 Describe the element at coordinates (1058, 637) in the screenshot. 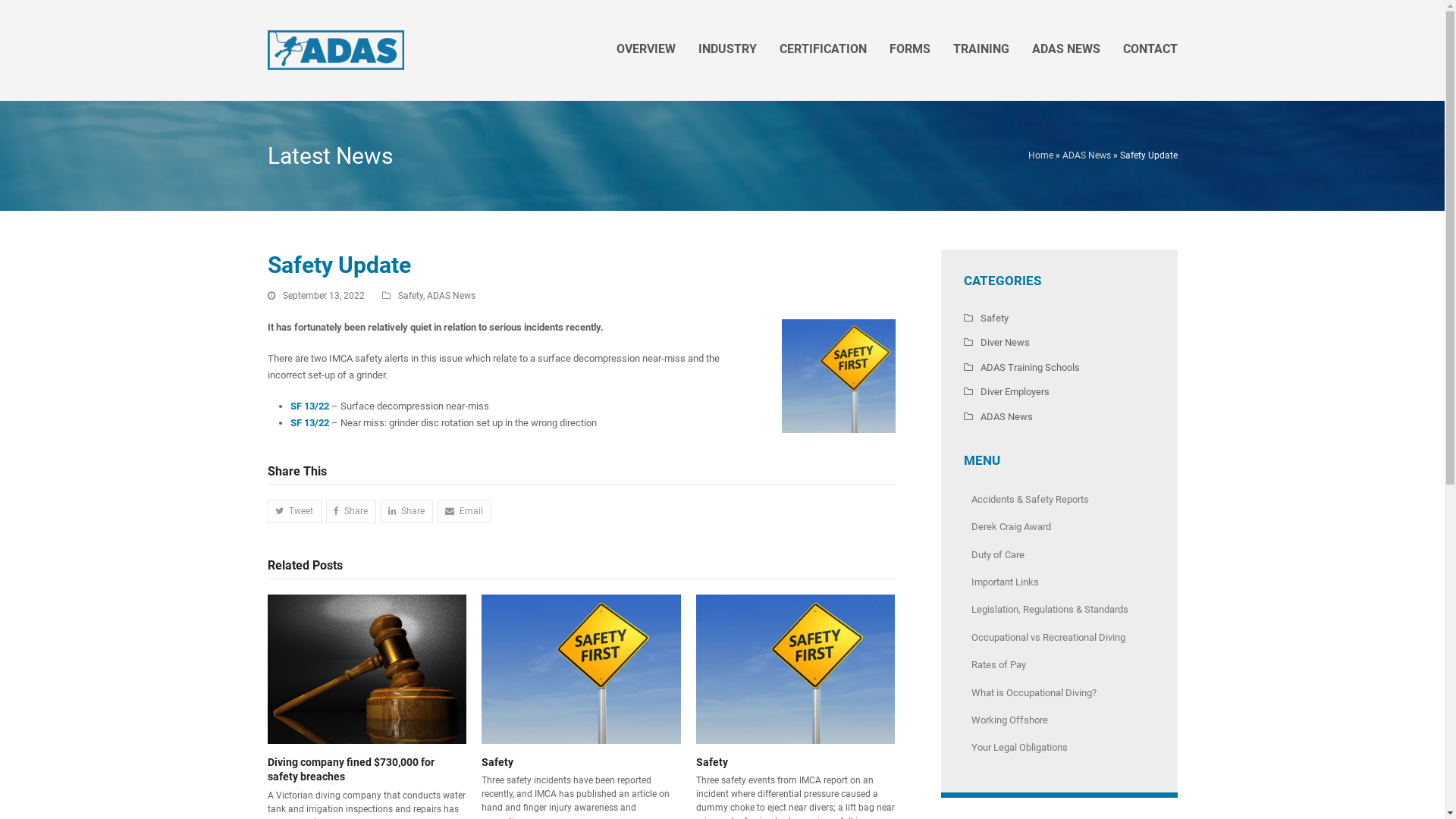

I see `'Occupational vs Recreational Diving'` at that location.